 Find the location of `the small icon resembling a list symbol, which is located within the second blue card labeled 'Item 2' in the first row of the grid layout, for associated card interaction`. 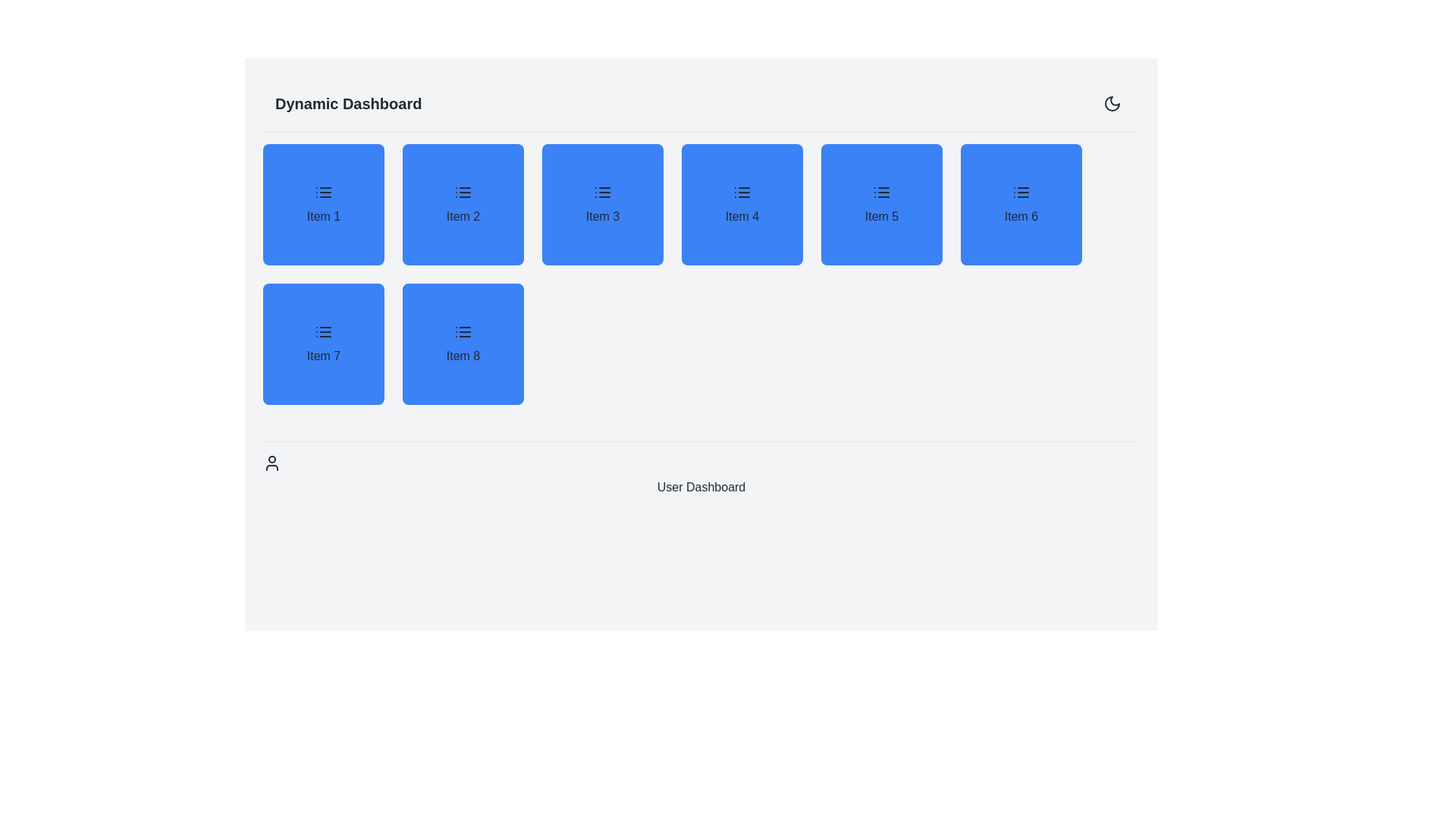

the small icon resembling a list symbol, which is located within the second blue card labeled 'Item 2' in the first row of the grid layout, for associated card interaction is located at coordinates (462, 192).